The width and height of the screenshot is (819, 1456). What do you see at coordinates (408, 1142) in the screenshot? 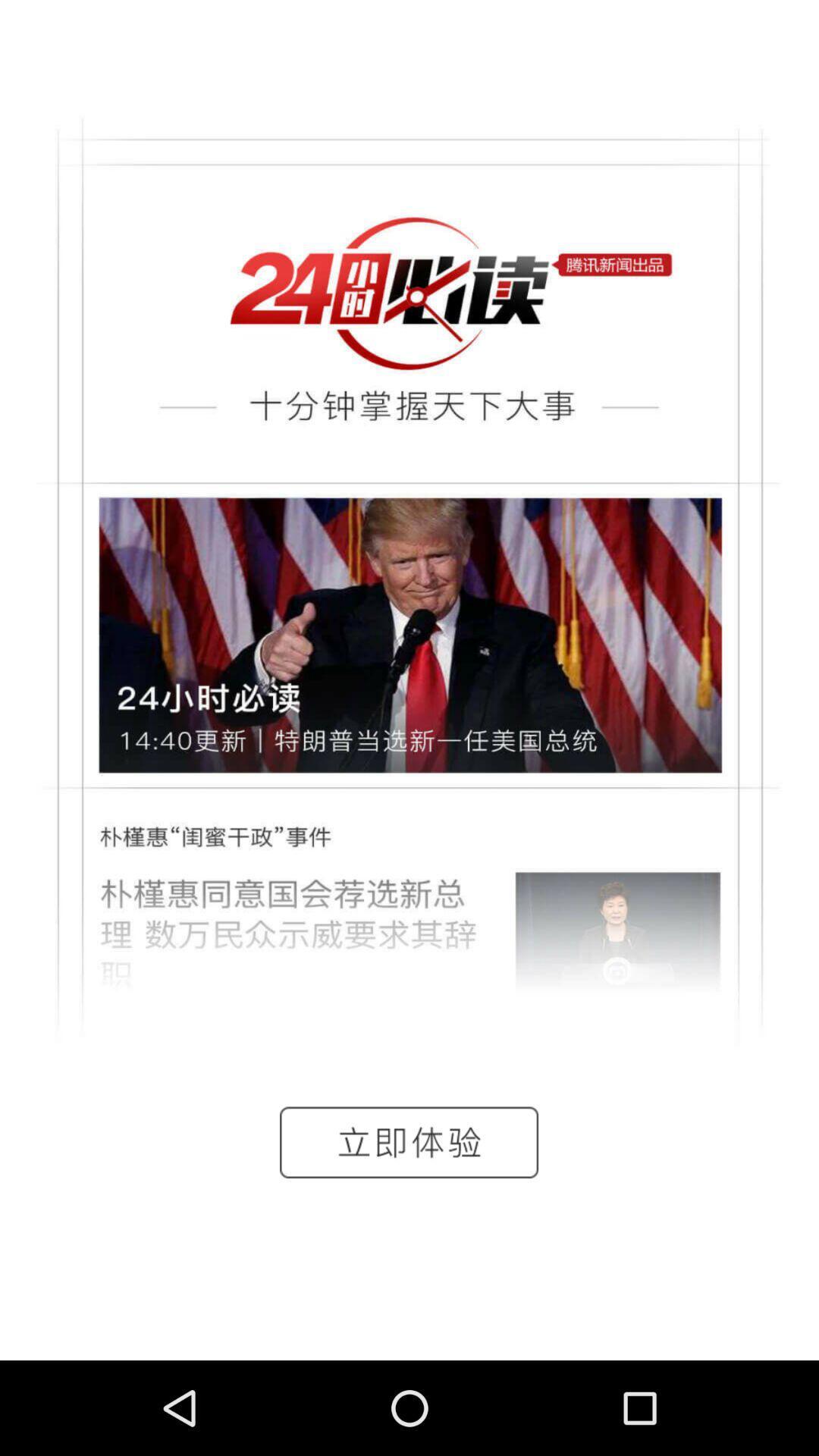
I see `the date_range icon` at bounding box center [408, 1142].